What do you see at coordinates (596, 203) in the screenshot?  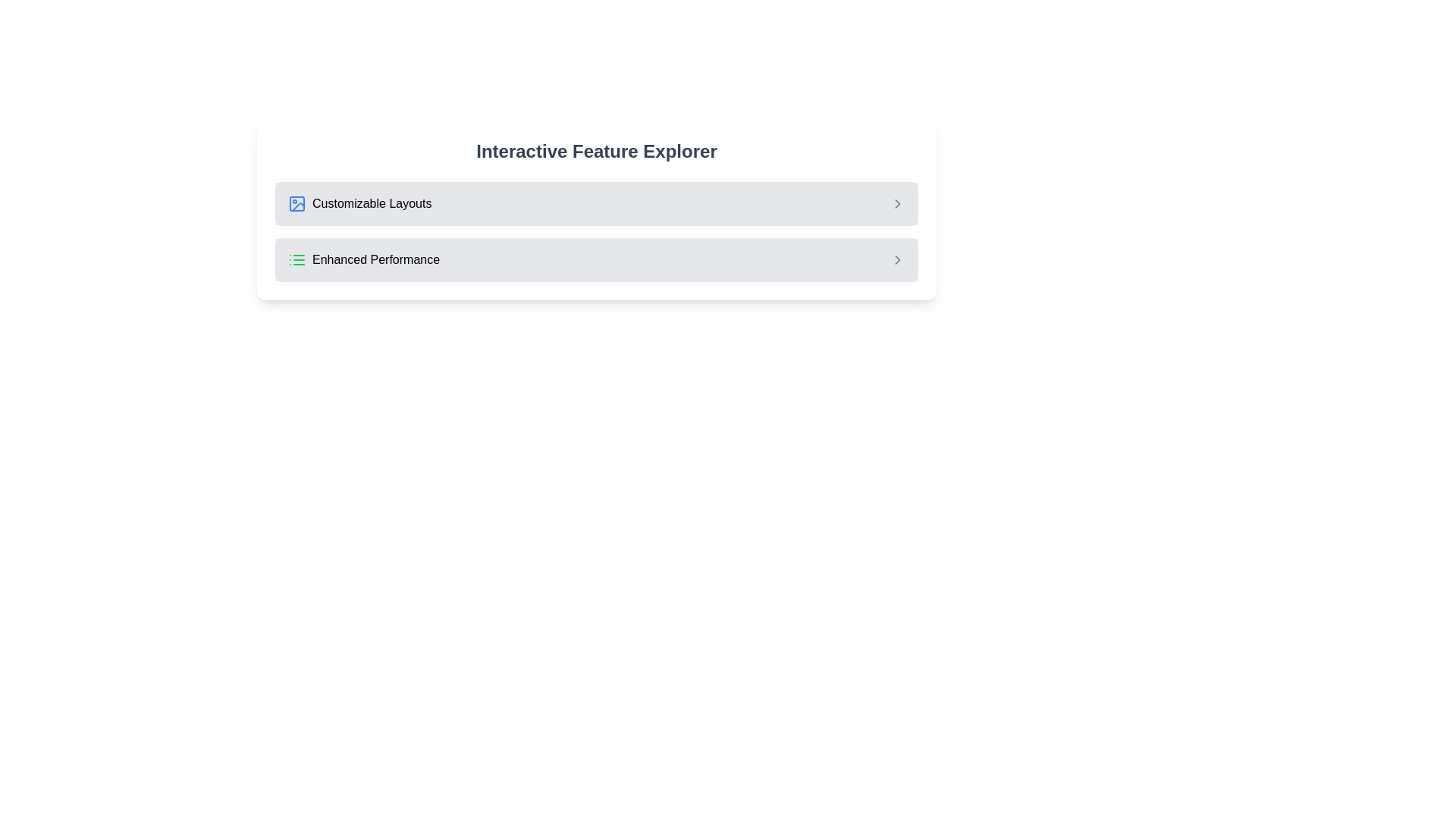 I see `the first clickable list item labeled 'Customizable Layouts' within the 'Interactive Feature Explorer' section` at bounding box center [596, 203].